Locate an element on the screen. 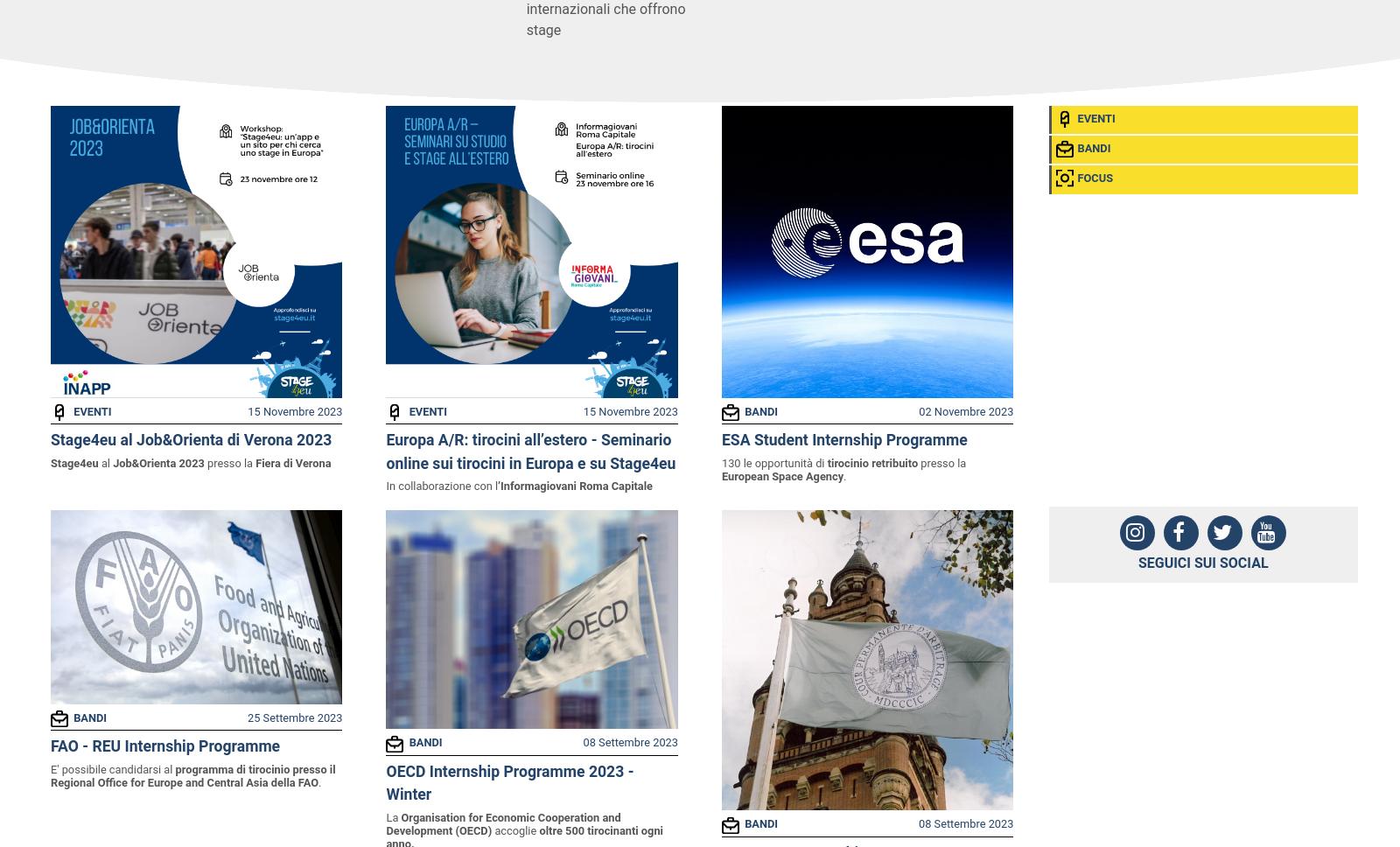  'Organisation for Economic Cooperation and Development (OECD)' is located at coordinates (384, 822).